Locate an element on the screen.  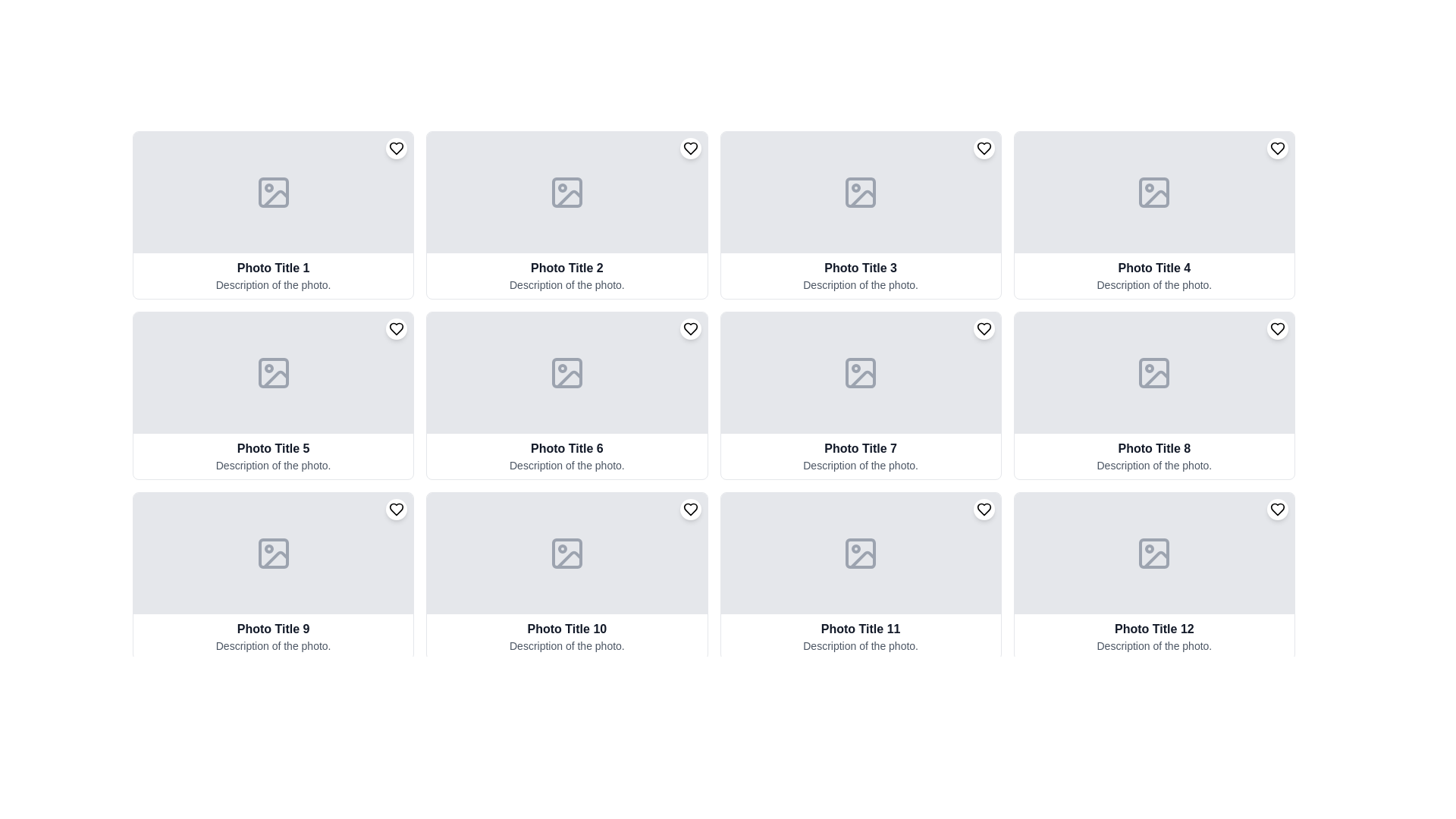
the text block containing the title 'Photo Title 5' and the description 'Description of the photo.' is located at coordinates (273, 455).